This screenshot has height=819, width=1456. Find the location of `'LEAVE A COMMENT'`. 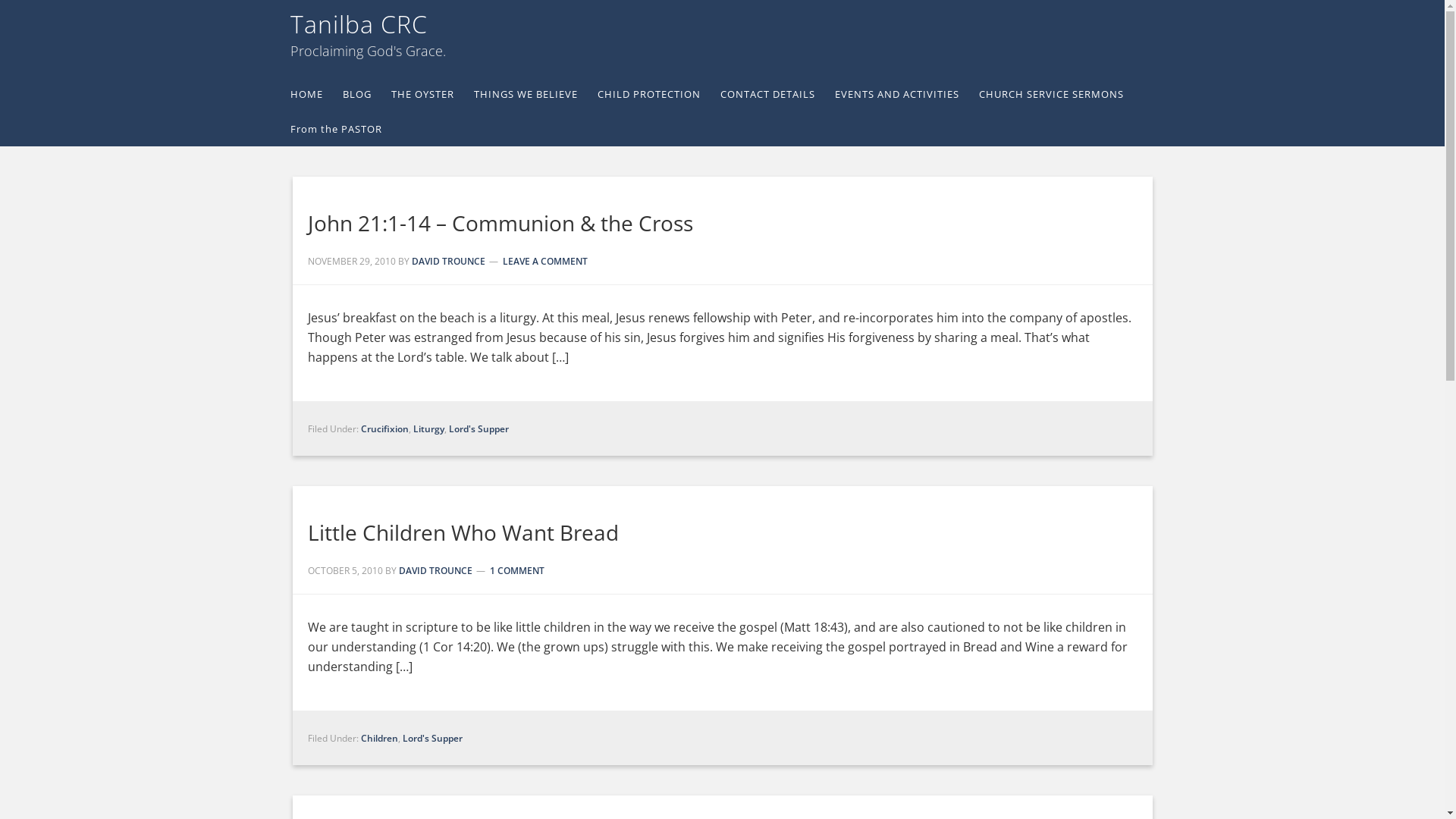

'LEAVE A COMMENT' is located at coordinates (544, 260).